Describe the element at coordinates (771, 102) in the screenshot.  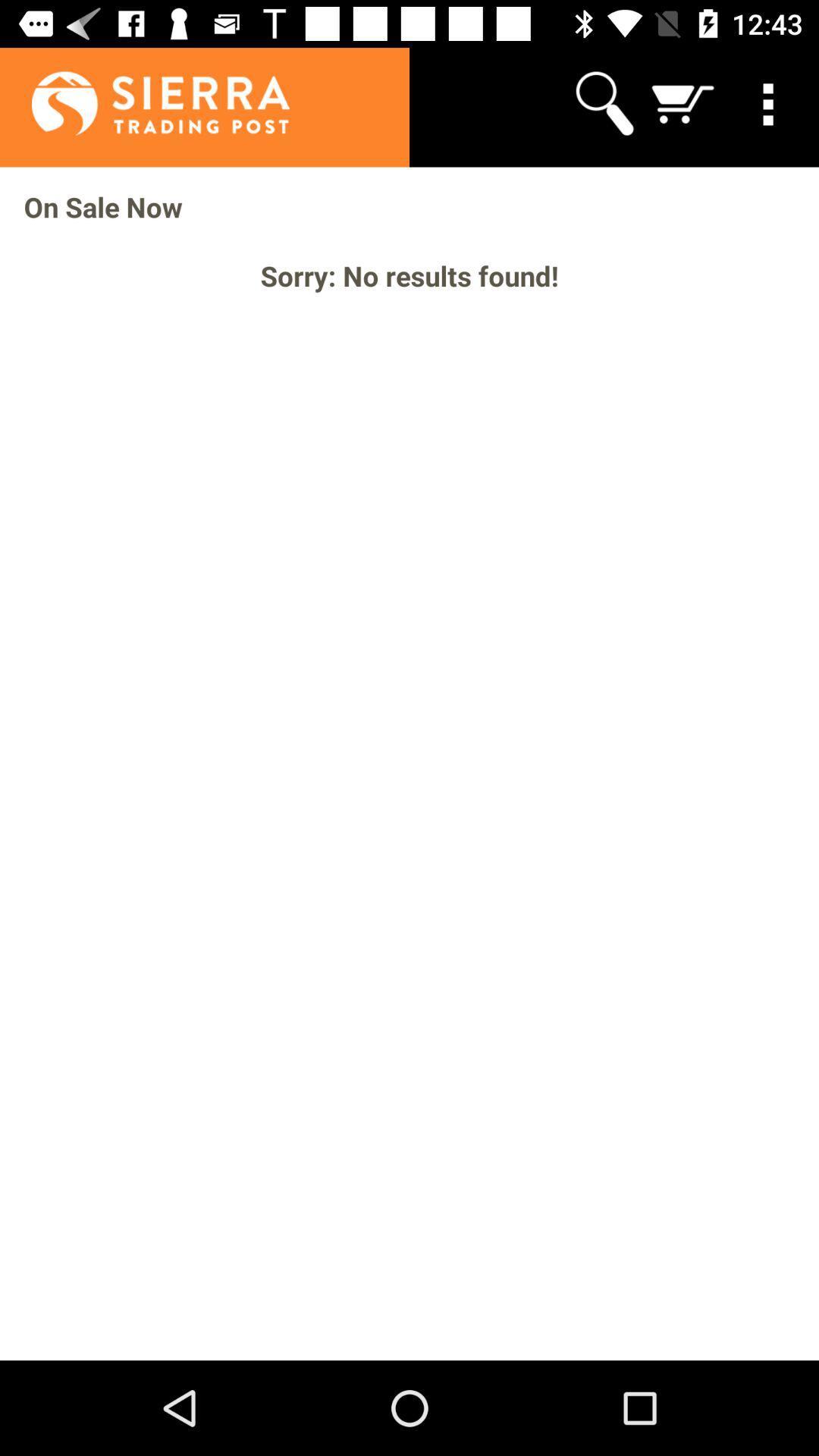
I see `icon above on sale now item` at that location.